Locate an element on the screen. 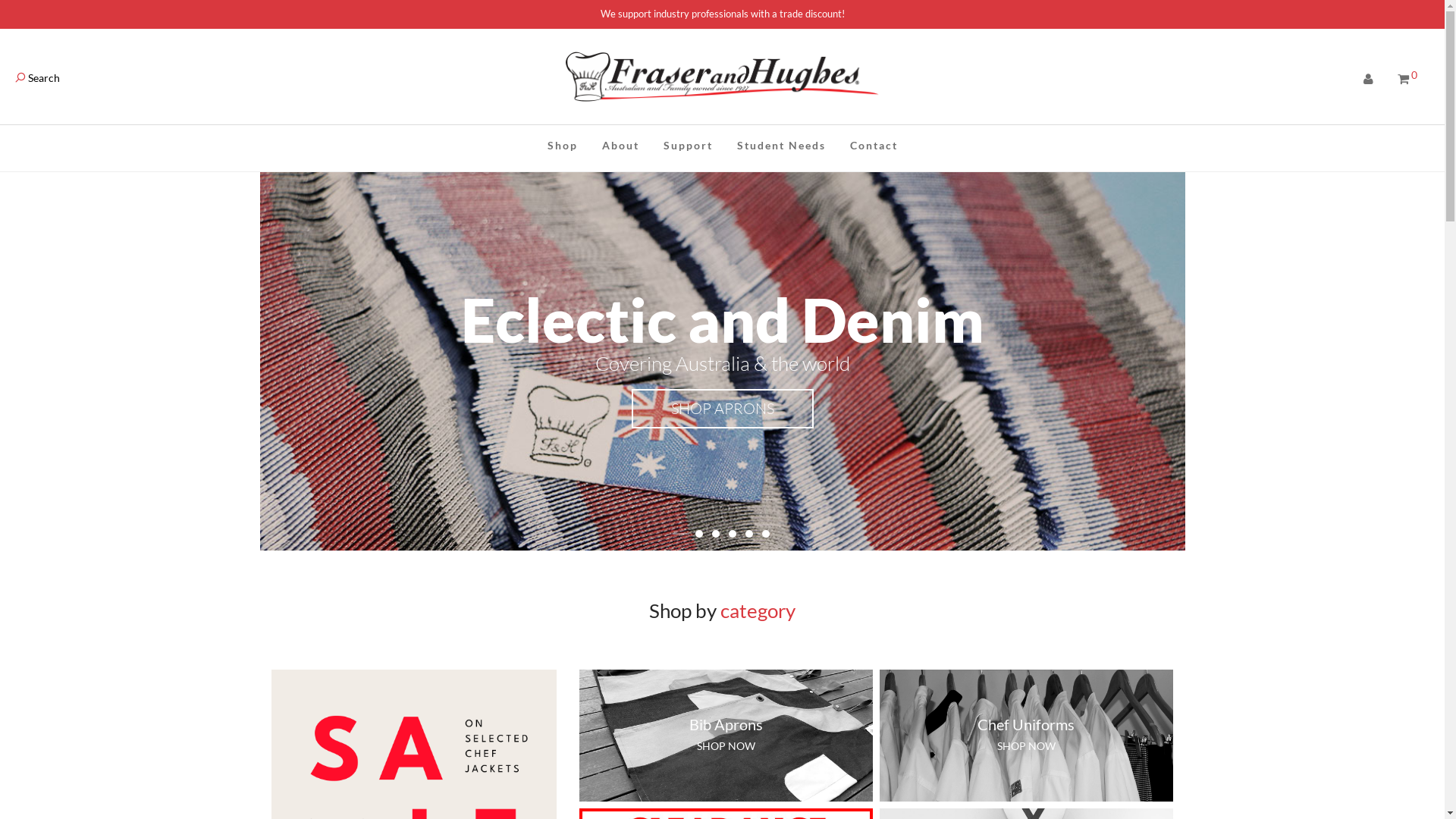  'Shop' is located at coordinates (535, 145).